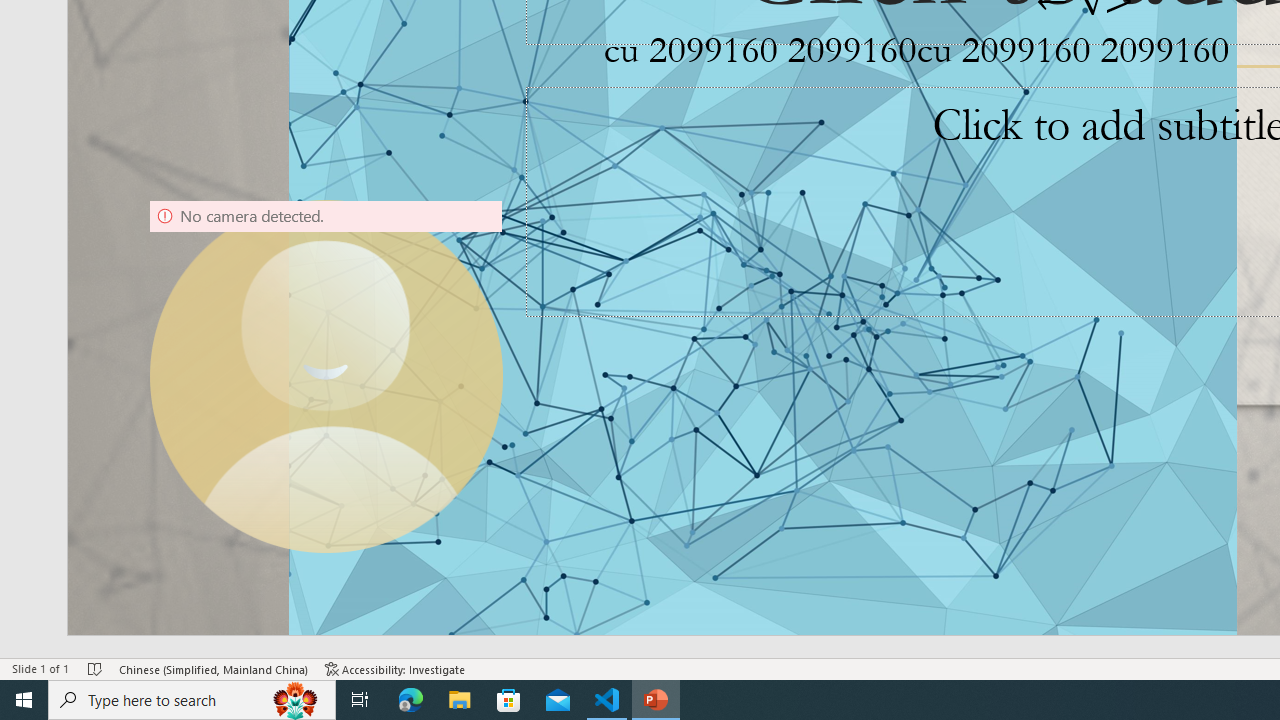 This screenshot has height=720, width=1280. What do you see at coordinates (95, 669) in the screenshot?
I see `'Spell Check No Errors'` at bounding box center [95, 669].